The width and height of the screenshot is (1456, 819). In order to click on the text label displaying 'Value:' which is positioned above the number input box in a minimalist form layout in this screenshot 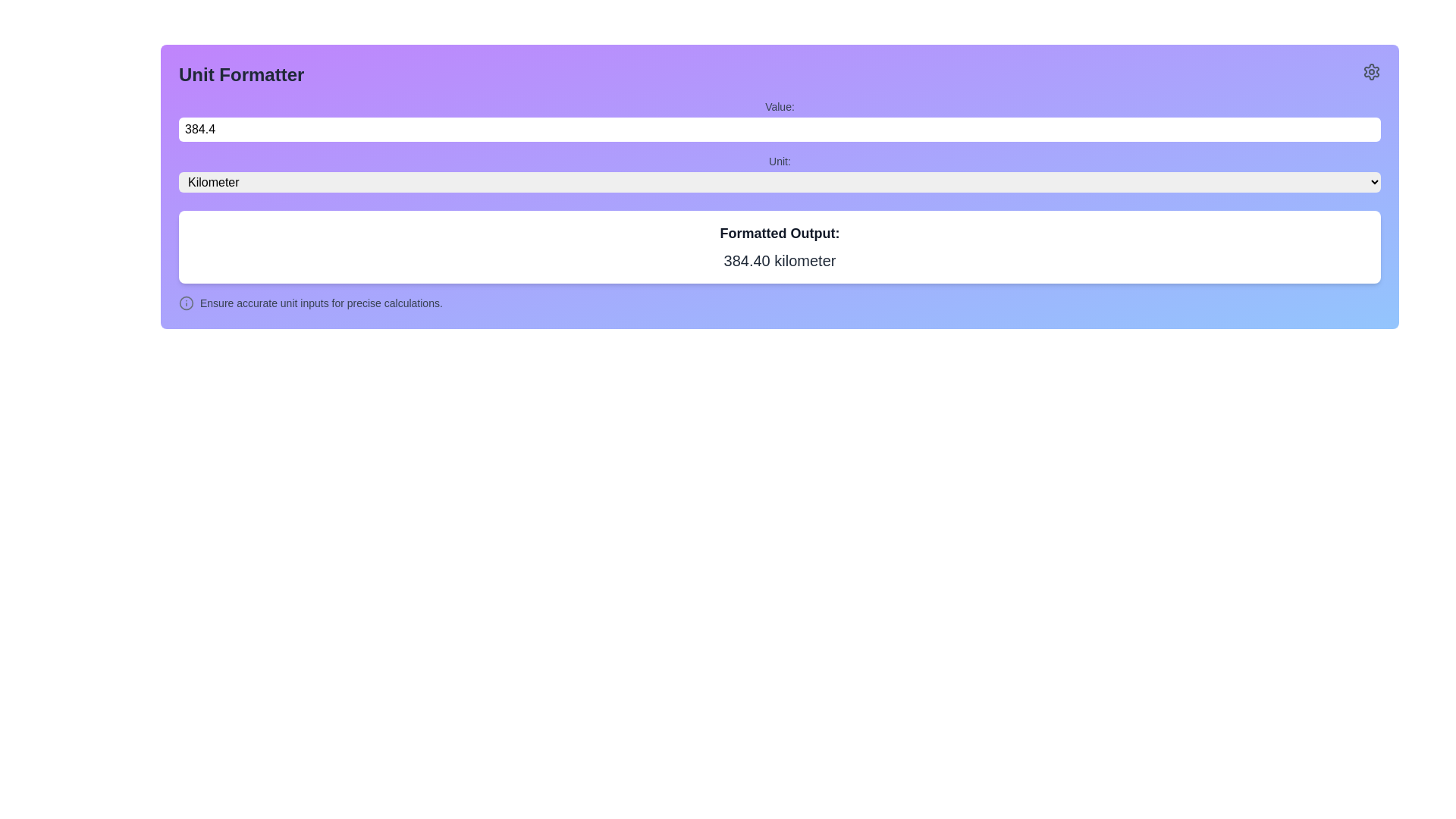, I will do `click(780, 106)`.